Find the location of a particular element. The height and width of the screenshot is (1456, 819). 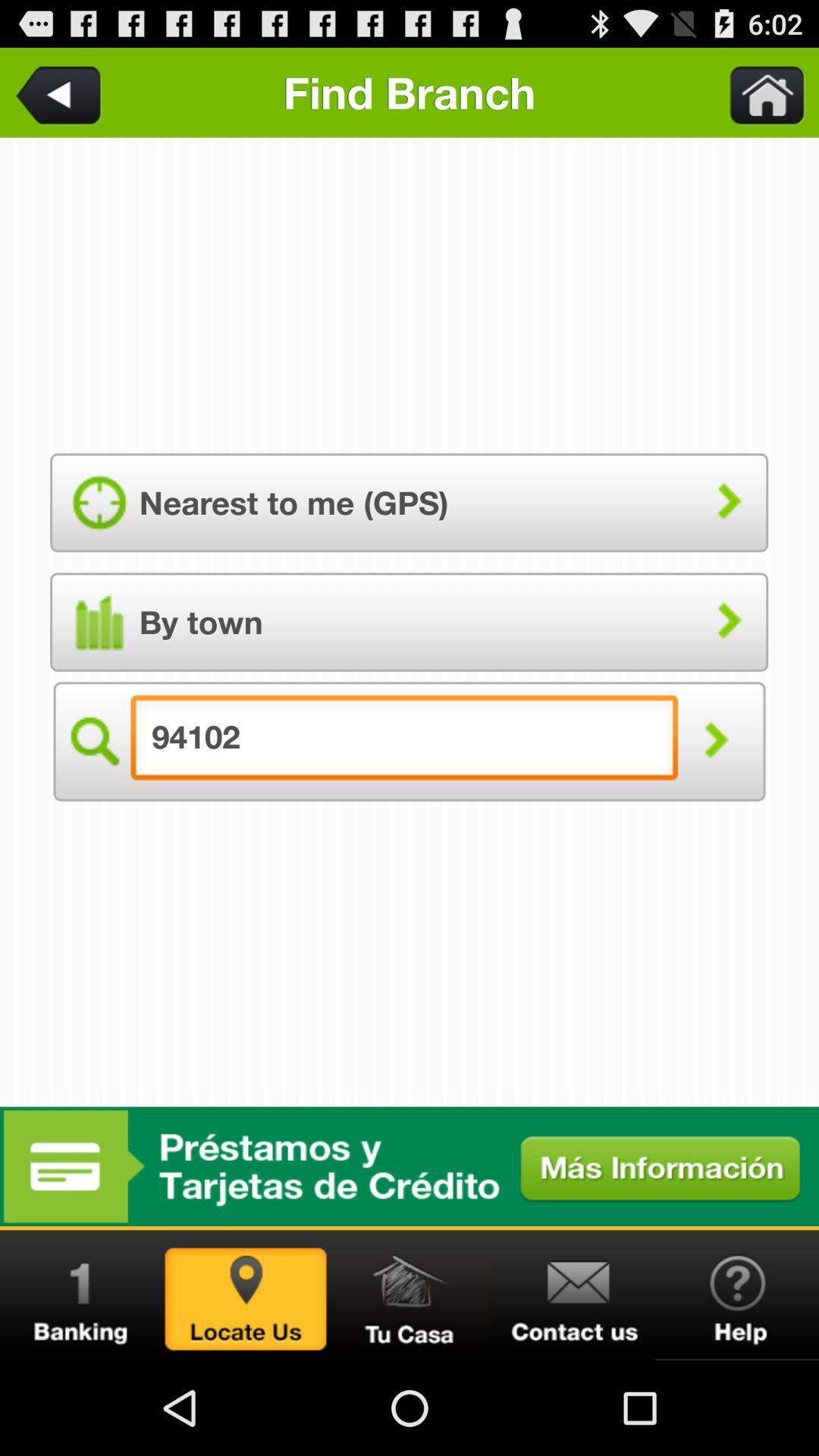

tap on locate us is located at coordinates (245, 1294).